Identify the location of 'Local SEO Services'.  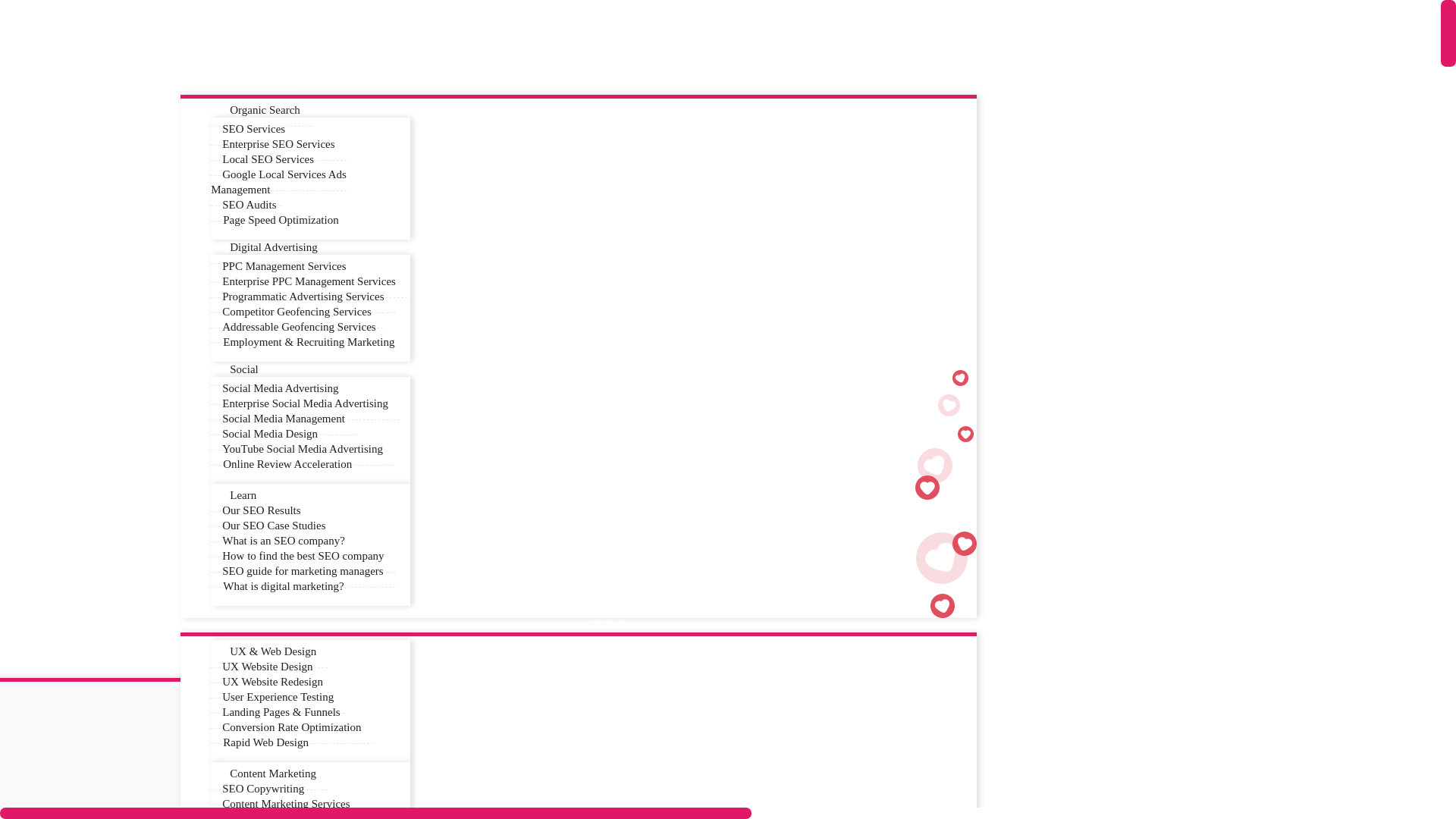
(268, 159).